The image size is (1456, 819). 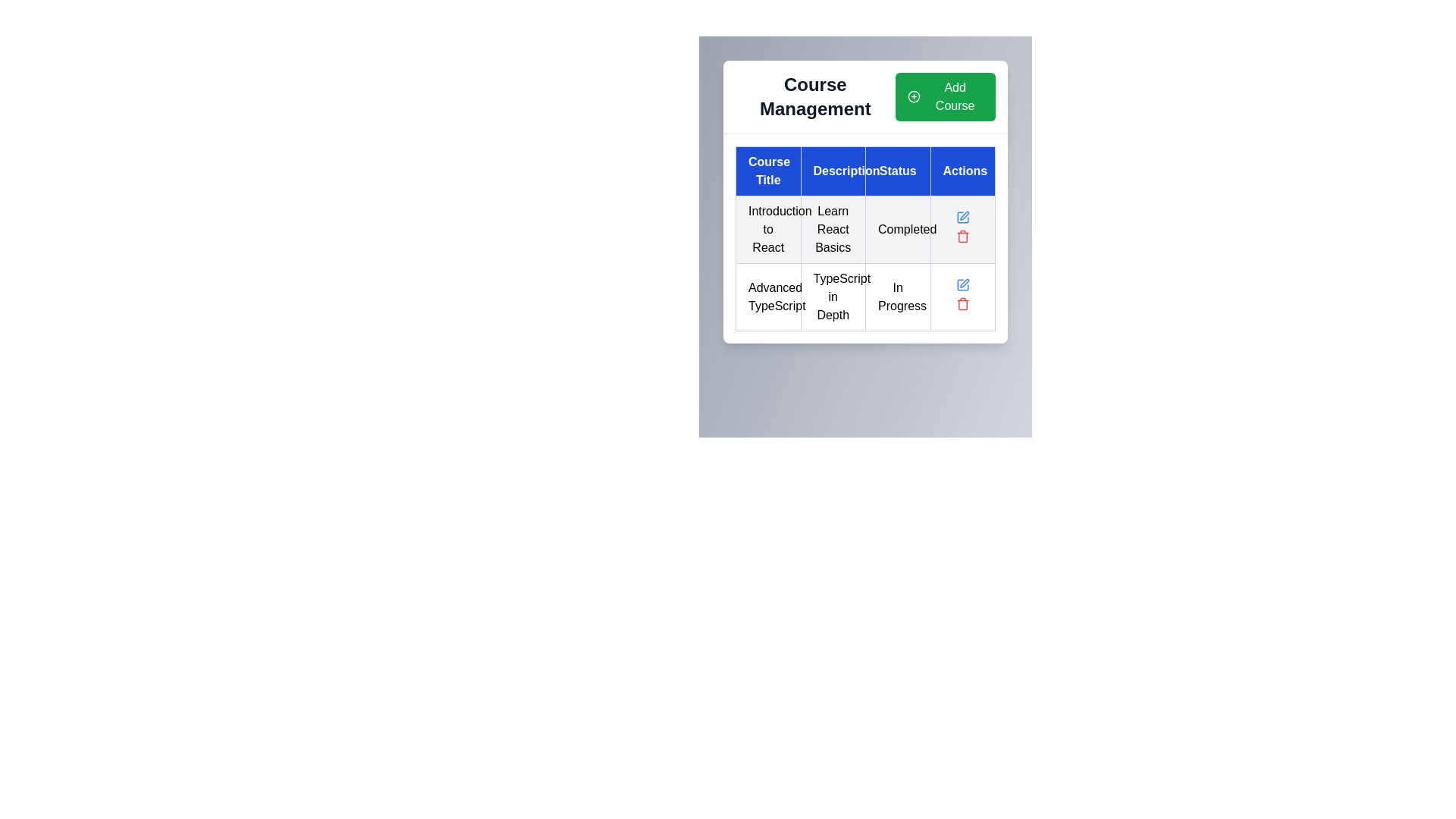 I want to click on the text cell containing 'TypeScript in Depth', which is located in the second row and second column of the table under the 'Description' header, so click(x=832, y=297).